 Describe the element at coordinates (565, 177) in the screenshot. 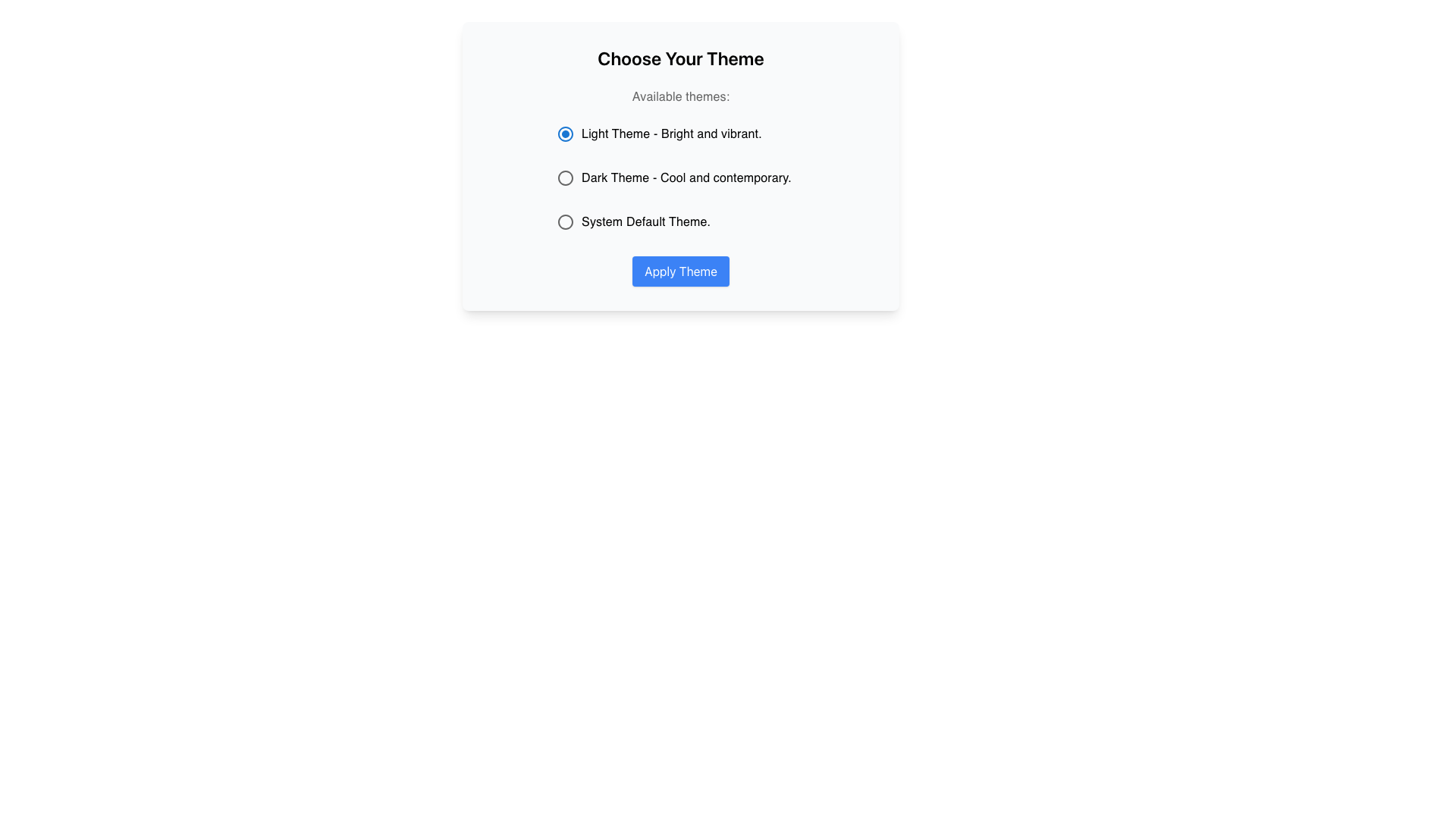

I see `the second radio button for 'Dark Theme'` at that location.